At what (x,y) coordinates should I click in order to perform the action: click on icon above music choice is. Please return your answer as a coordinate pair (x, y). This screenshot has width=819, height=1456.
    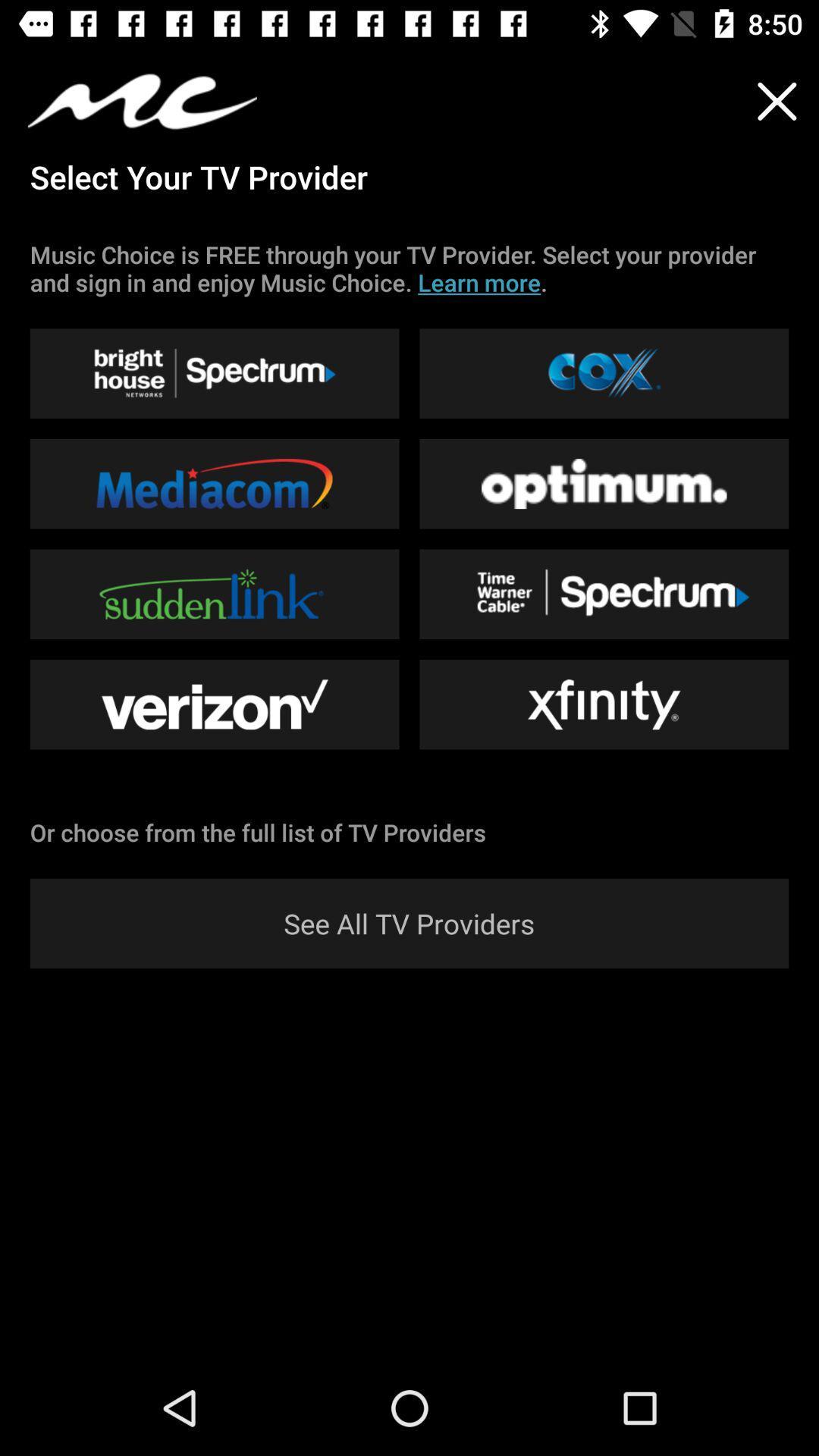
    Looking at the image, I should click on (777, 100).